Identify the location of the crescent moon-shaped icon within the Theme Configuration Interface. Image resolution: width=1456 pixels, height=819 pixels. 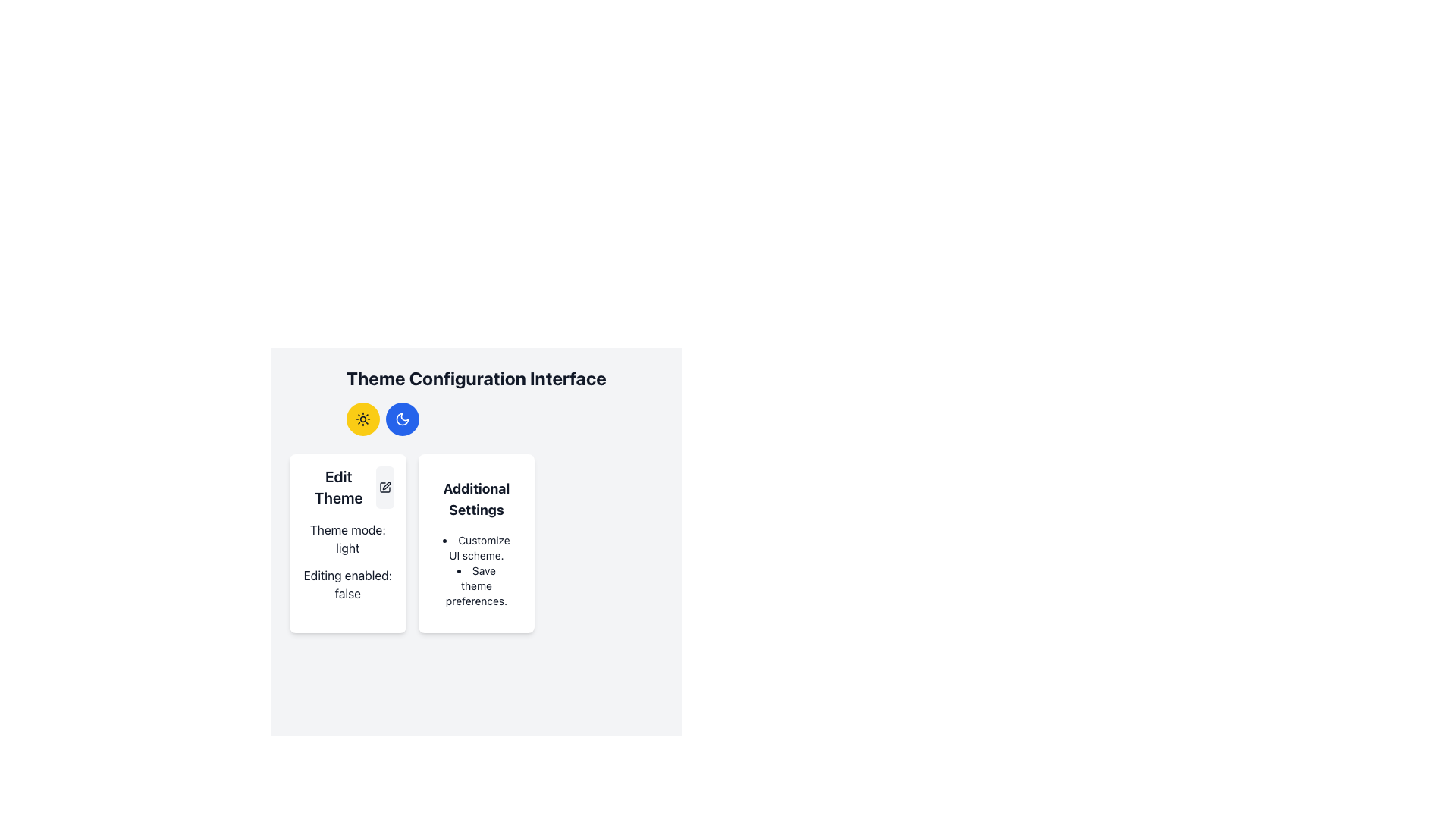
(403, 419).